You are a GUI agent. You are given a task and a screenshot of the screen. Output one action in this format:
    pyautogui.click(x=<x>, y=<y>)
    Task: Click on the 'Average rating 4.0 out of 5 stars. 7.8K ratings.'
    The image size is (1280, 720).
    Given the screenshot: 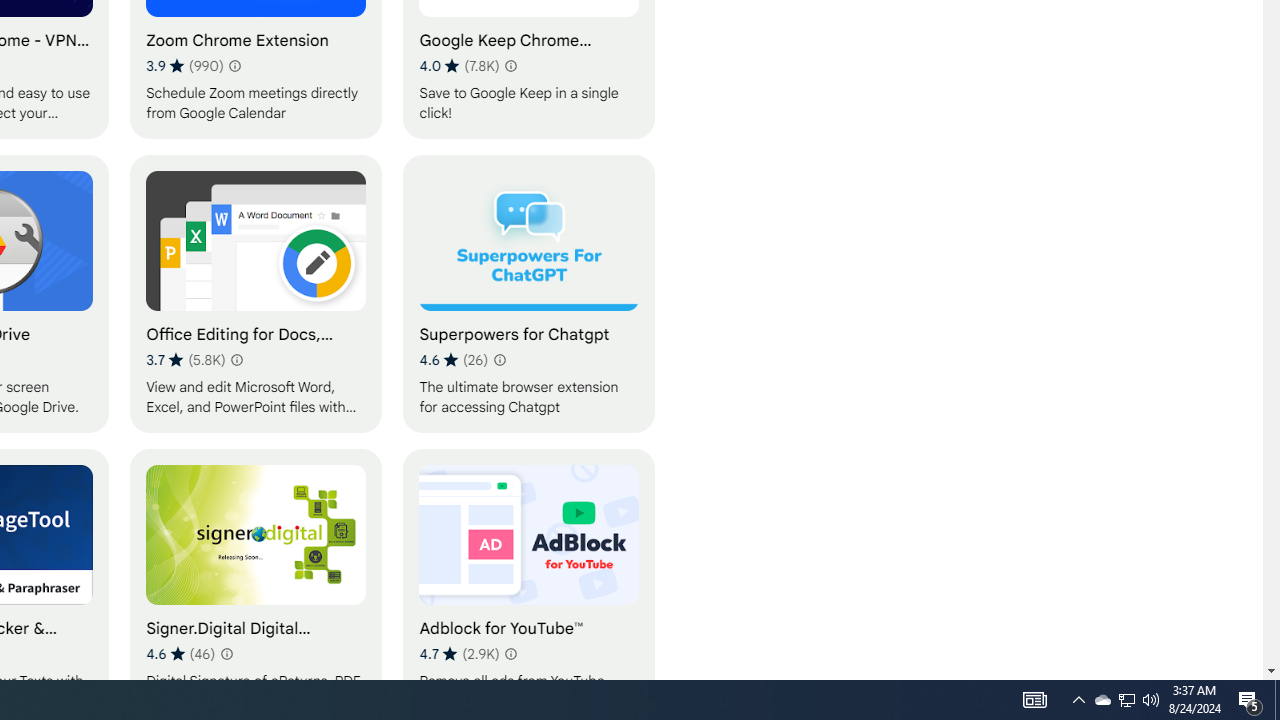 What is the action you would take?
    pyautogui.click(x=458, y=65)
    